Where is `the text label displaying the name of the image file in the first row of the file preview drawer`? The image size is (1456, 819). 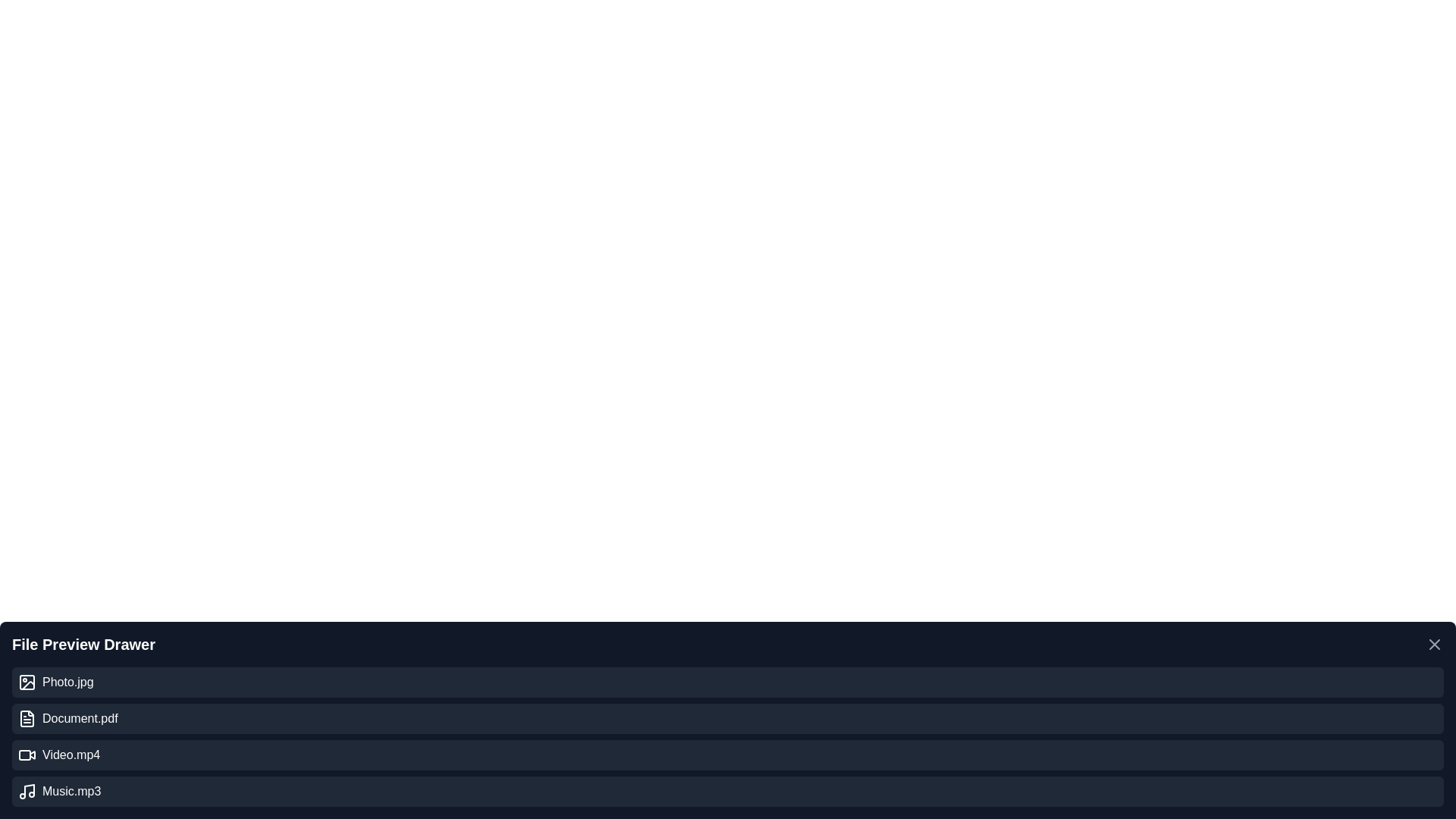
the text label displaying the name of the image file in the first row of the file preview drawer is located at coordinates (67, 681).